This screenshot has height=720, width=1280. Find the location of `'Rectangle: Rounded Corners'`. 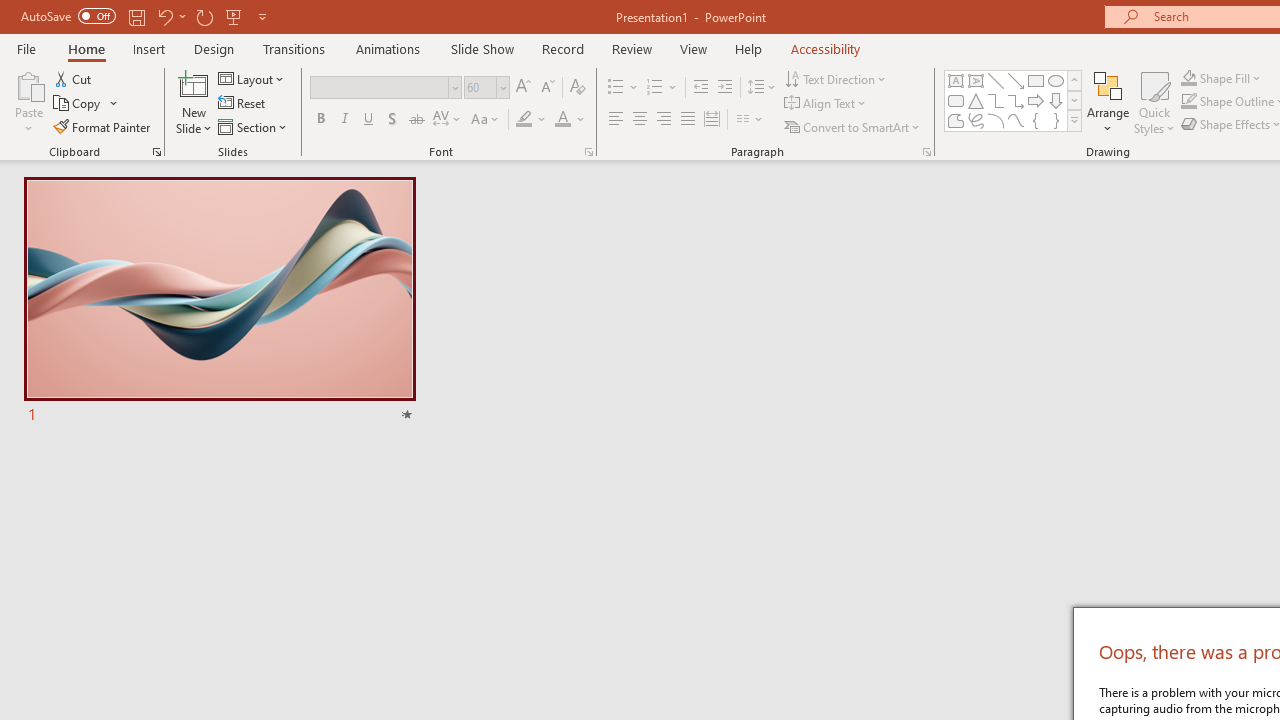

'Rectangle: Rounded Corners' is located at coordinates (955, 100).